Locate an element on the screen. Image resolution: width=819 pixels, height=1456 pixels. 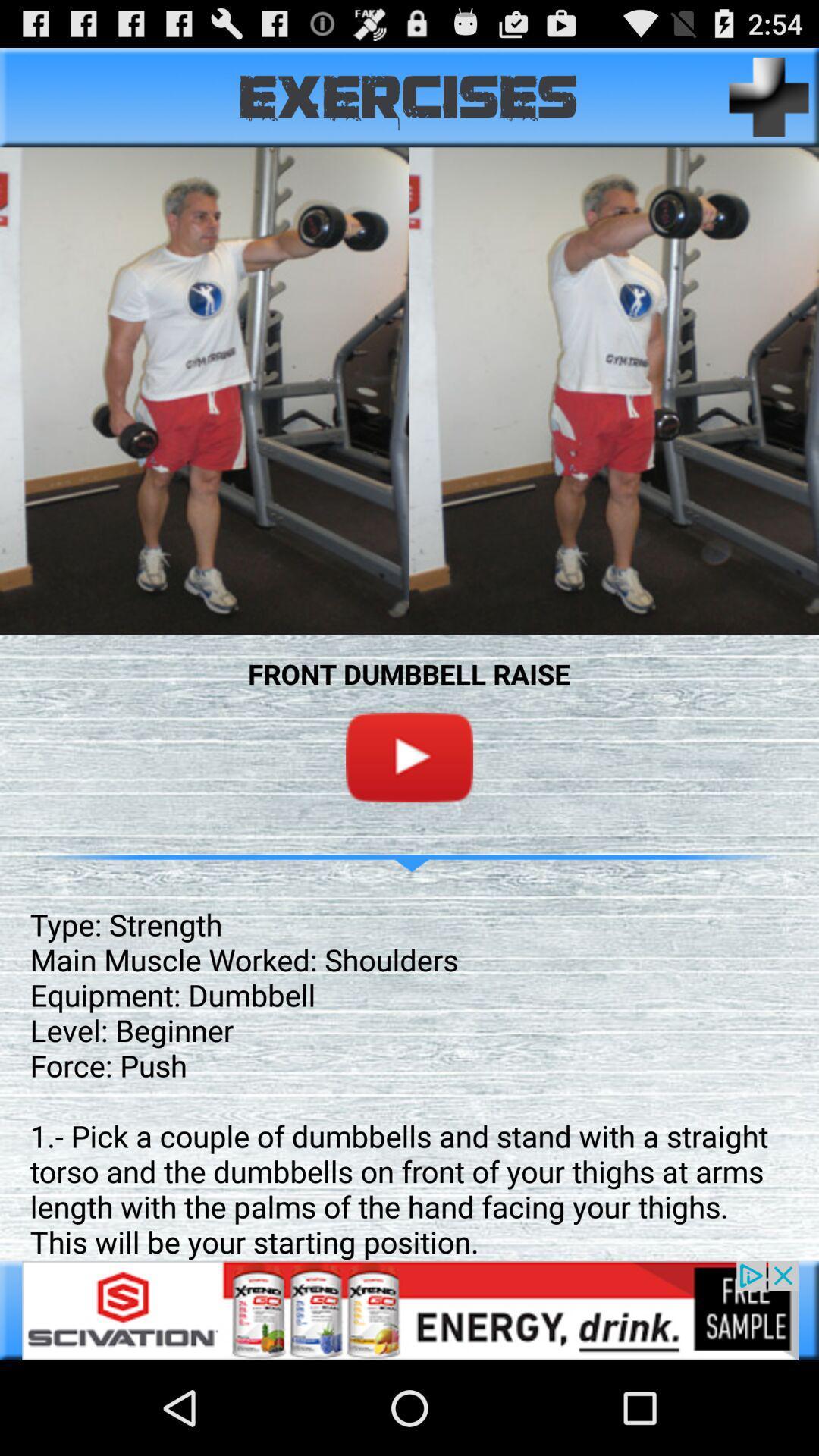
youtube is located at coordinates (409, 757).